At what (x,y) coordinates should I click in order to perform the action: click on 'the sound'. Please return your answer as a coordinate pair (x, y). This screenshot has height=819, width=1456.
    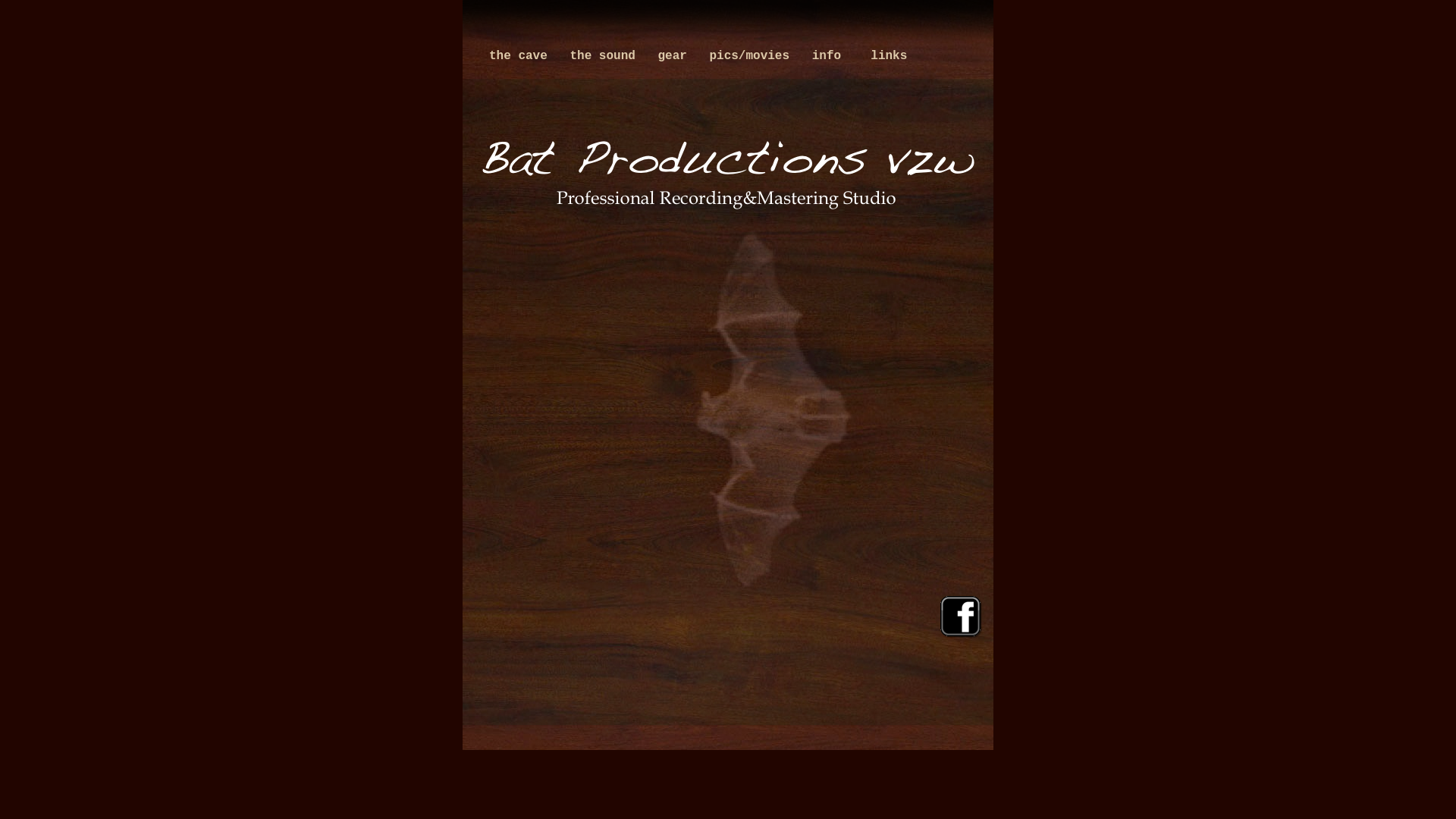
    Looking at the image, I should click on (604, 55).